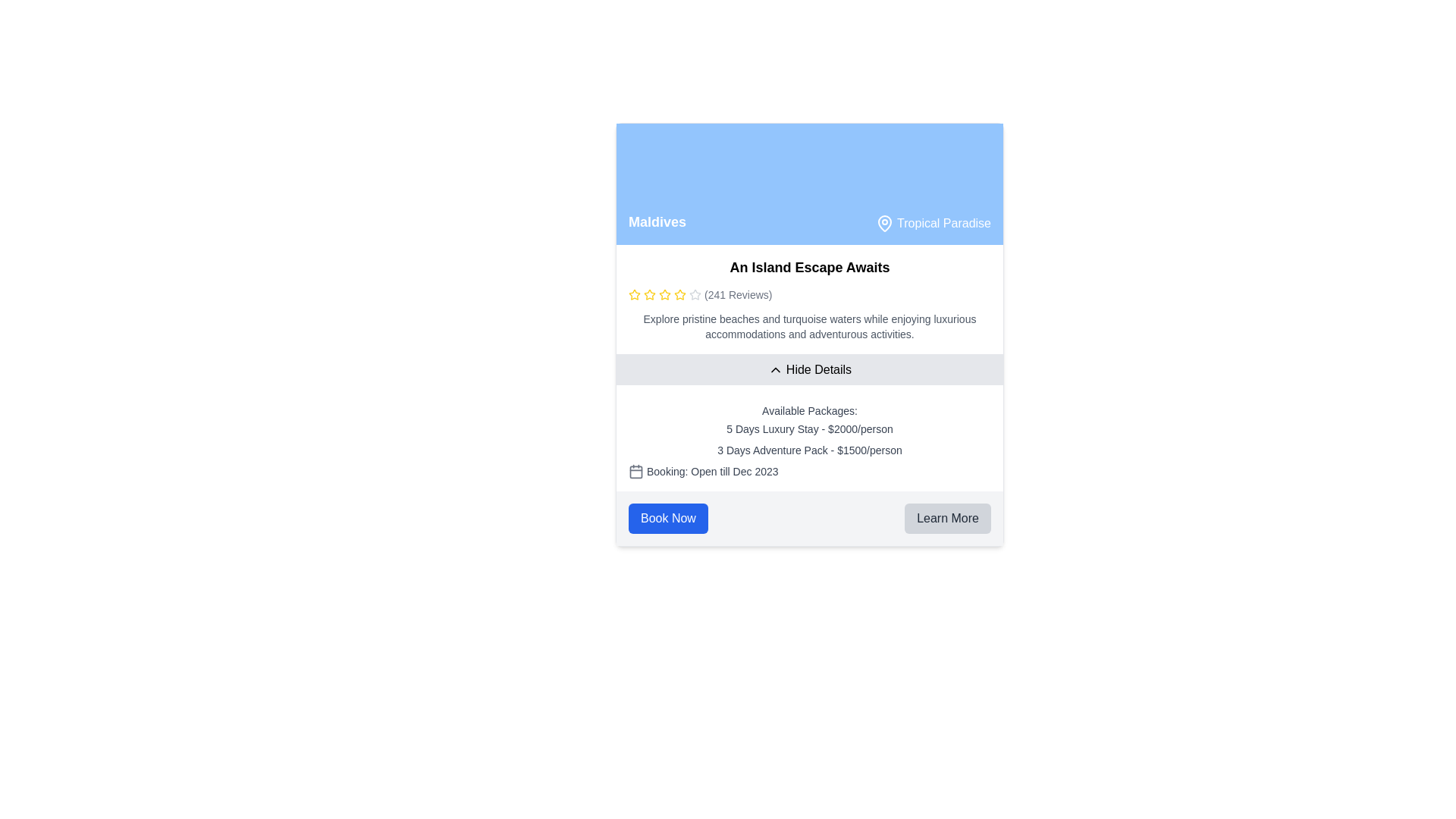 The width and height of the screenshot is (1456, 819). What do you see at coordinates (694, 295) in the screenshot?
I see `the inactive sixth star icon in the rating scale, which is positioned to the left of the '(241 Reviews)' text` at bounding box center [694, 295].